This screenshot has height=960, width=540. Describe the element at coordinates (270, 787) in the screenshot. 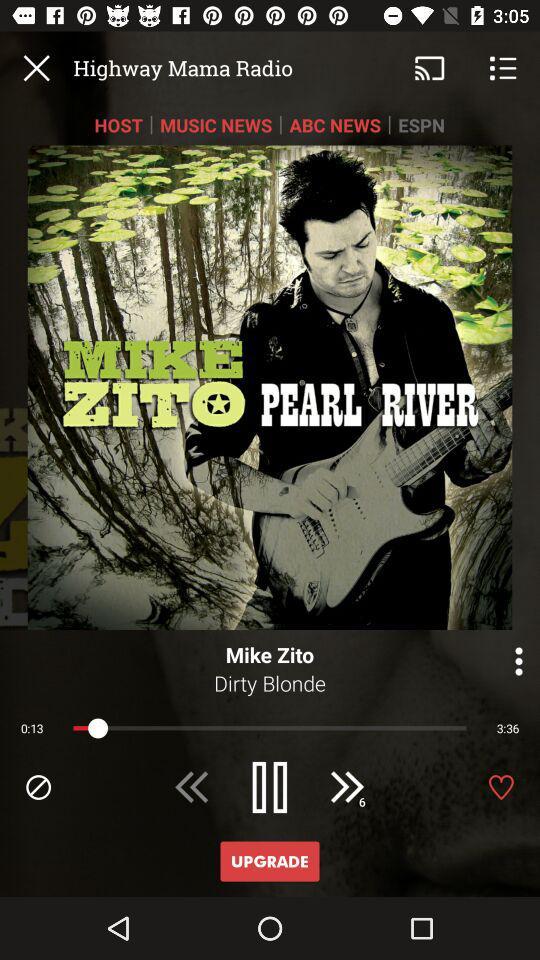

I see `the pause icon` at that location.